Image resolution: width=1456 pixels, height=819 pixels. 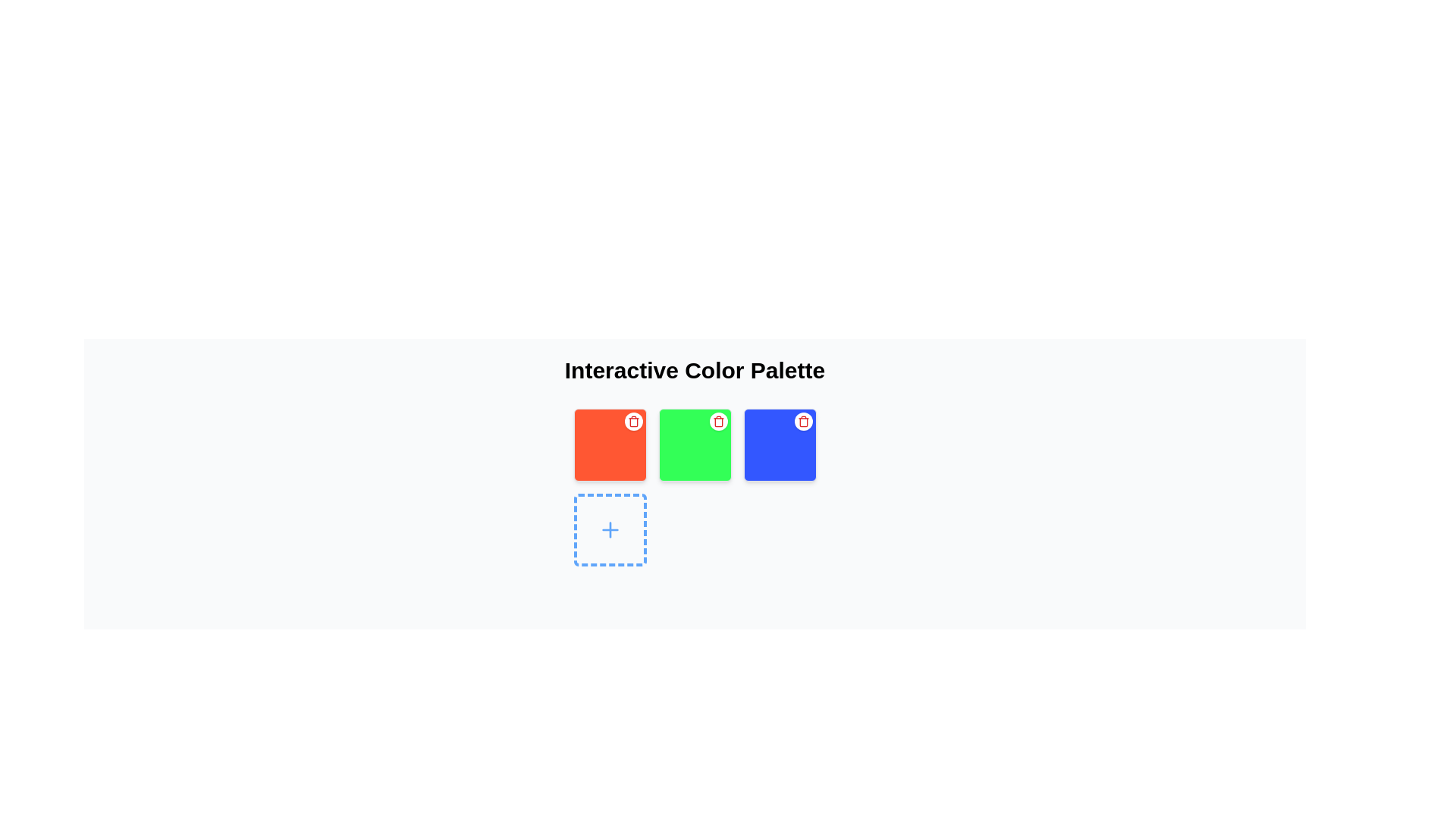 What do you see at coordinates (633, 421) in the screenshot?
I see `the trash can icon with a red border located at the top-right corner of the left-most red square box in a row of three colored boxes to potentially reveal additional information` at bounding box center [633, 421].